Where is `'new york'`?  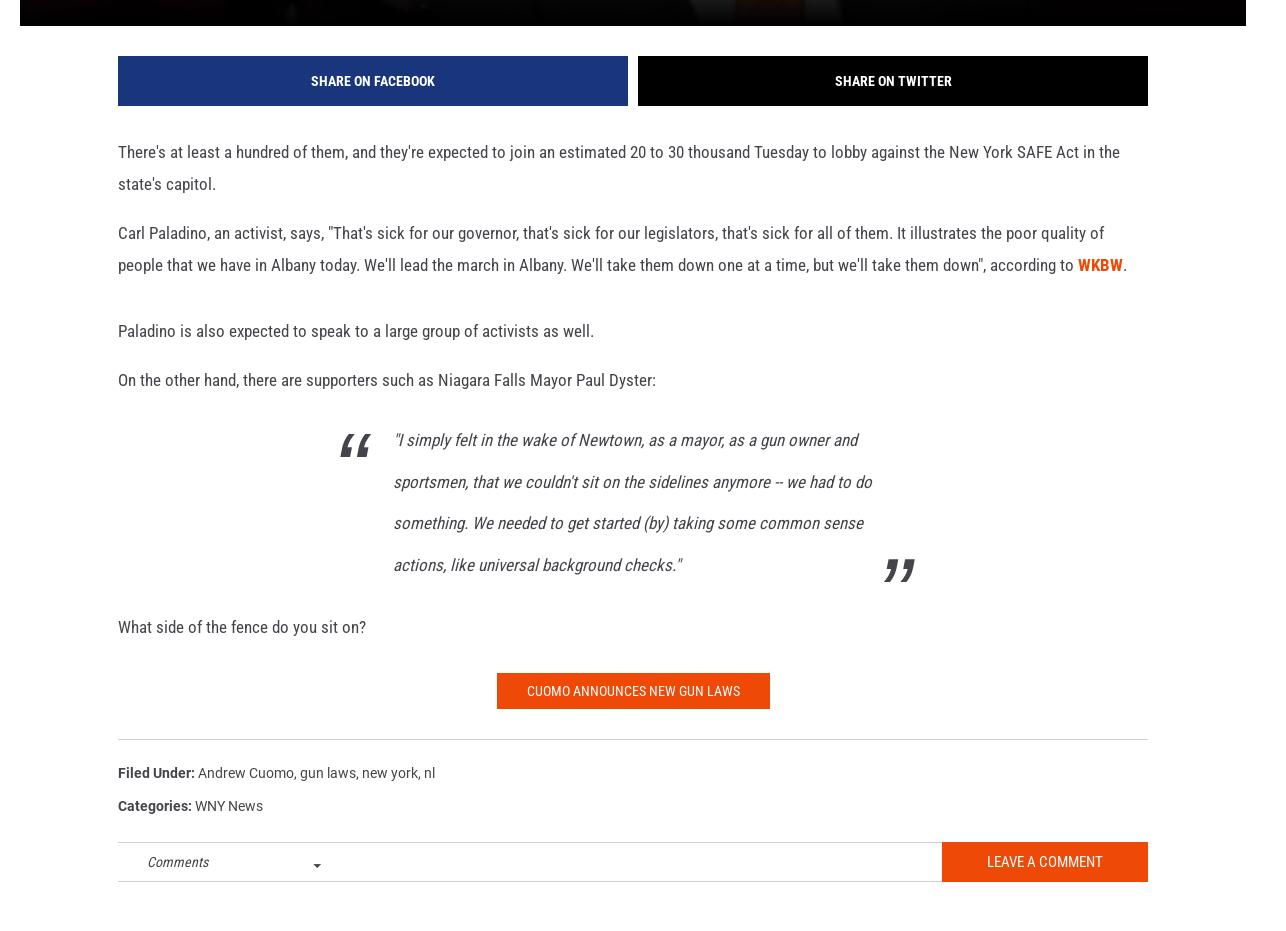
'new york' is located at coordinates (389, 803).